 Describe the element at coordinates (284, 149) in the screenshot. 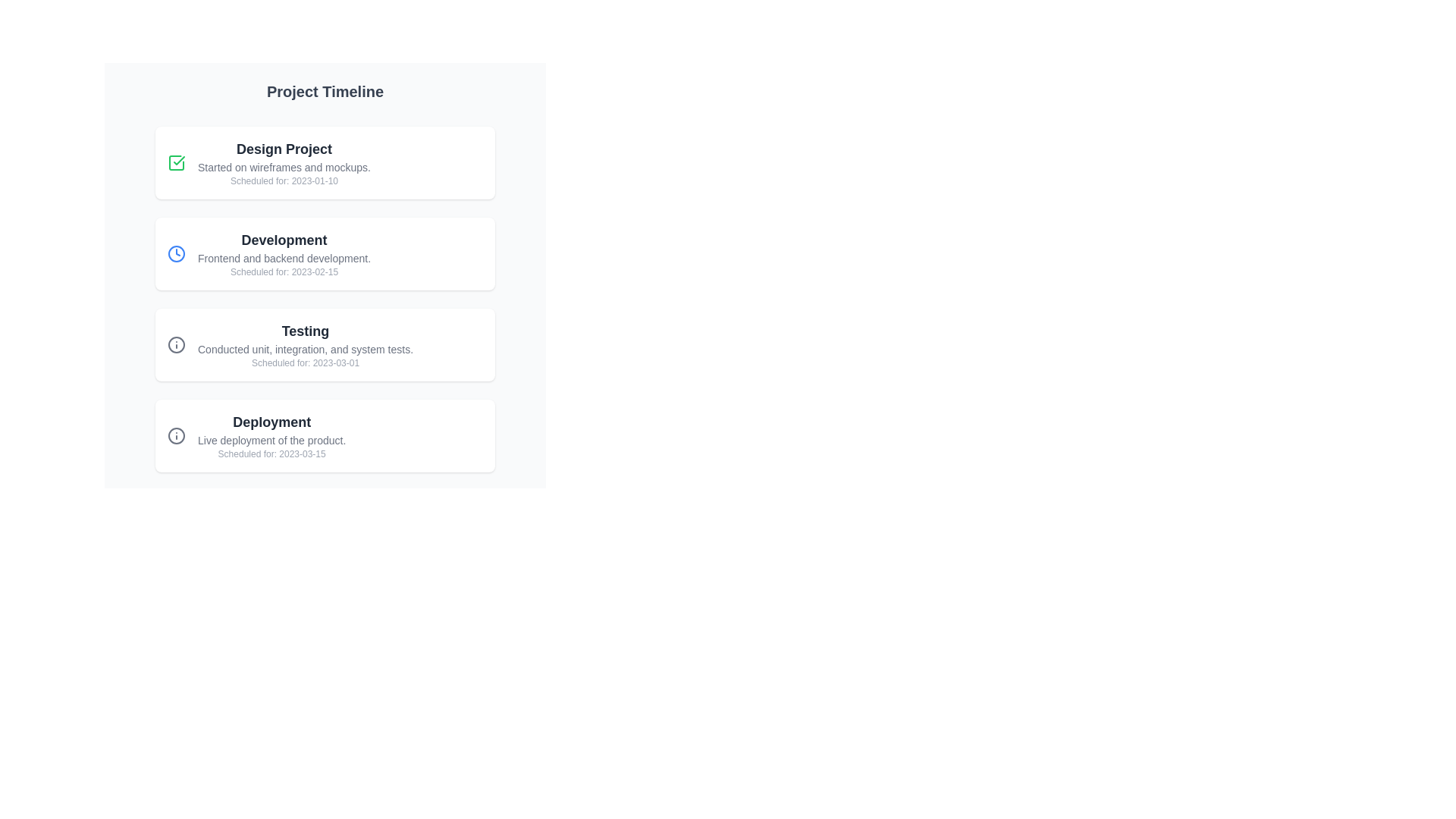

I see `the text element displaying 'Design Project', which is the first text within a white rectangular card at the top, styled in a bold serif font and dark gray color` at that location.